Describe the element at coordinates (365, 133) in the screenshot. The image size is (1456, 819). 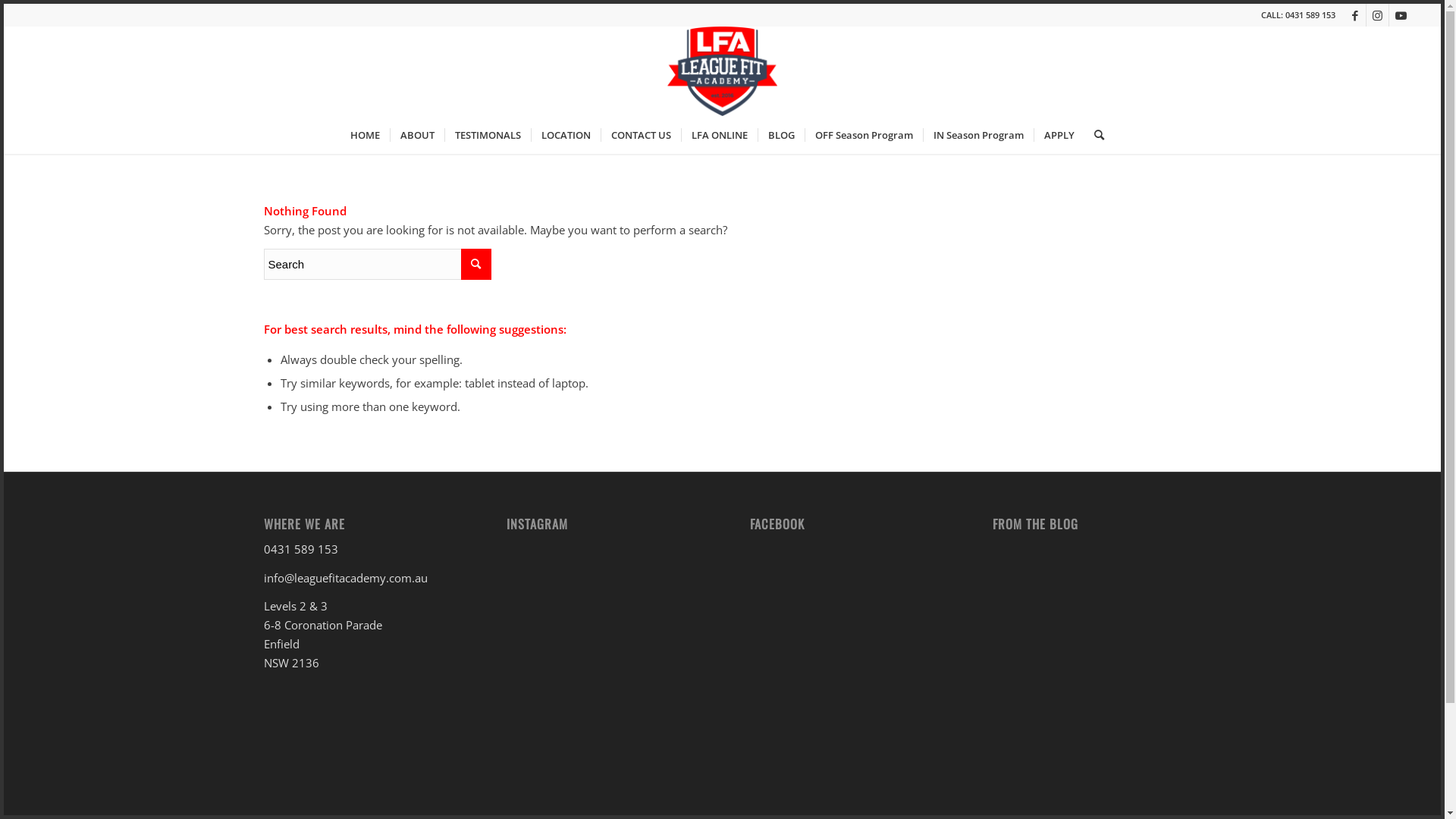
I see `'HOME'` at that location.